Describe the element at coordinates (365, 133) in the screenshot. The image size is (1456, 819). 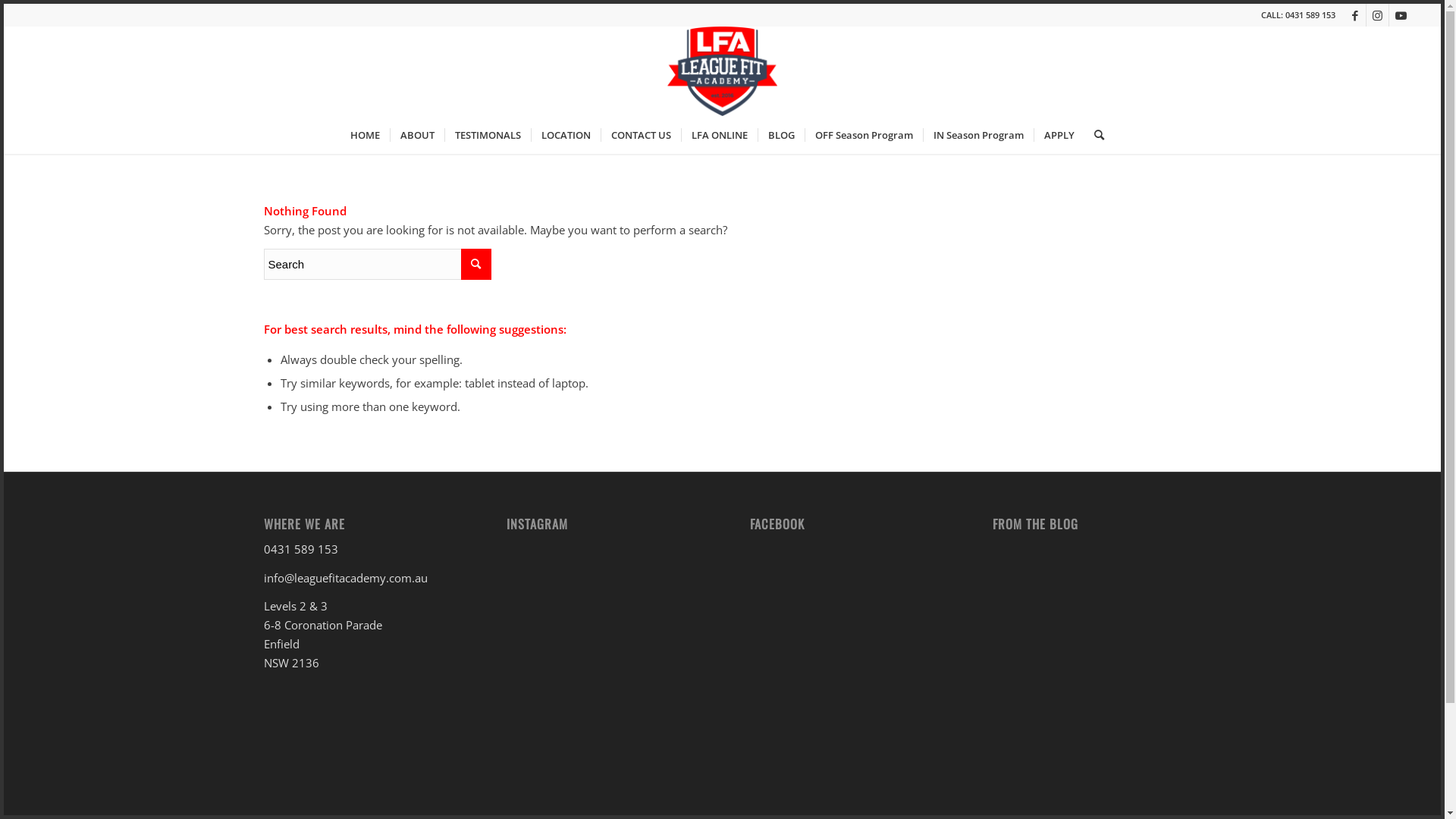
I see `'HOME'` at that location.